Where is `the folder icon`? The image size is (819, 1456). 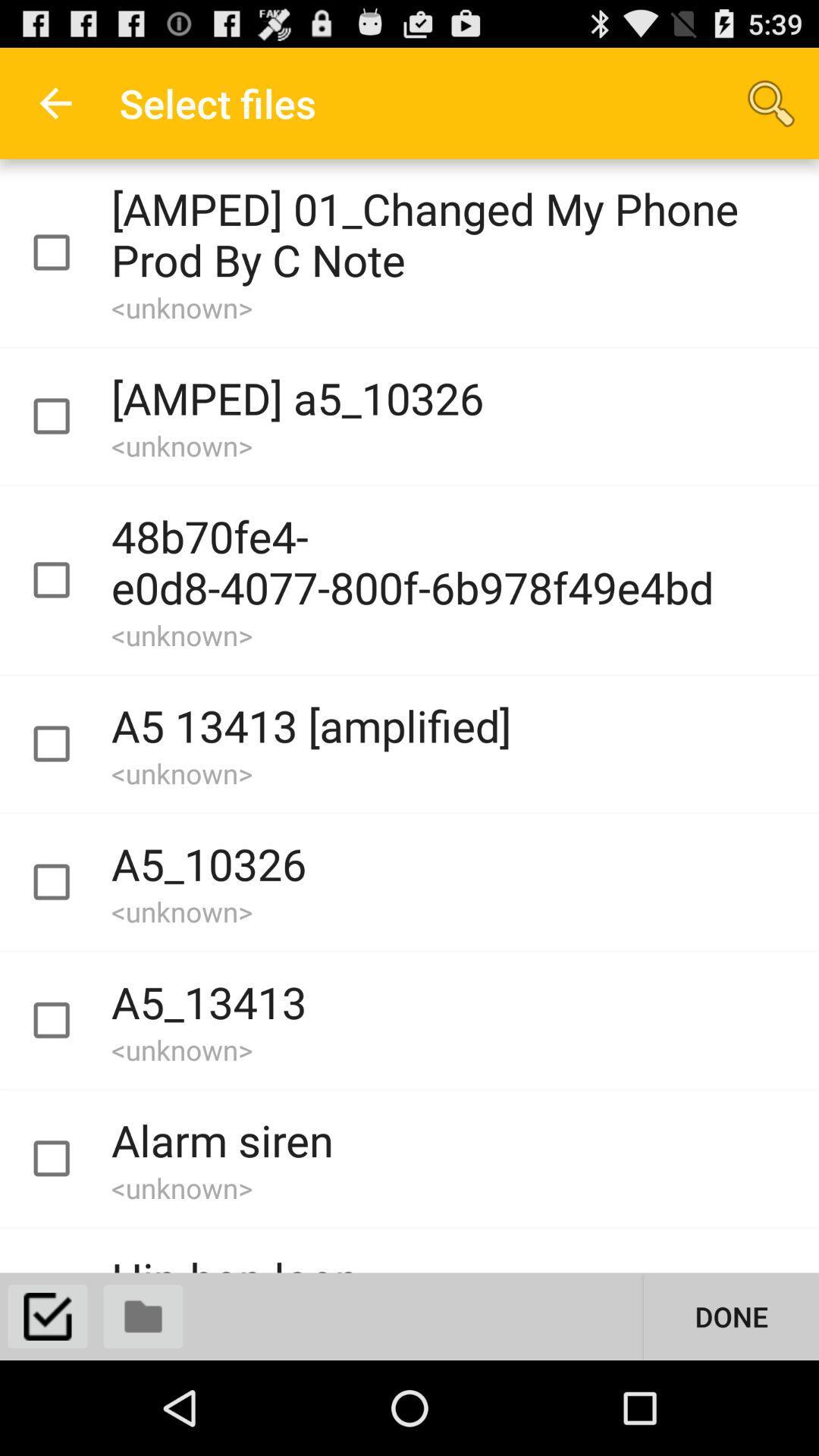
the folder icon is located at coordinates (143, 1408).